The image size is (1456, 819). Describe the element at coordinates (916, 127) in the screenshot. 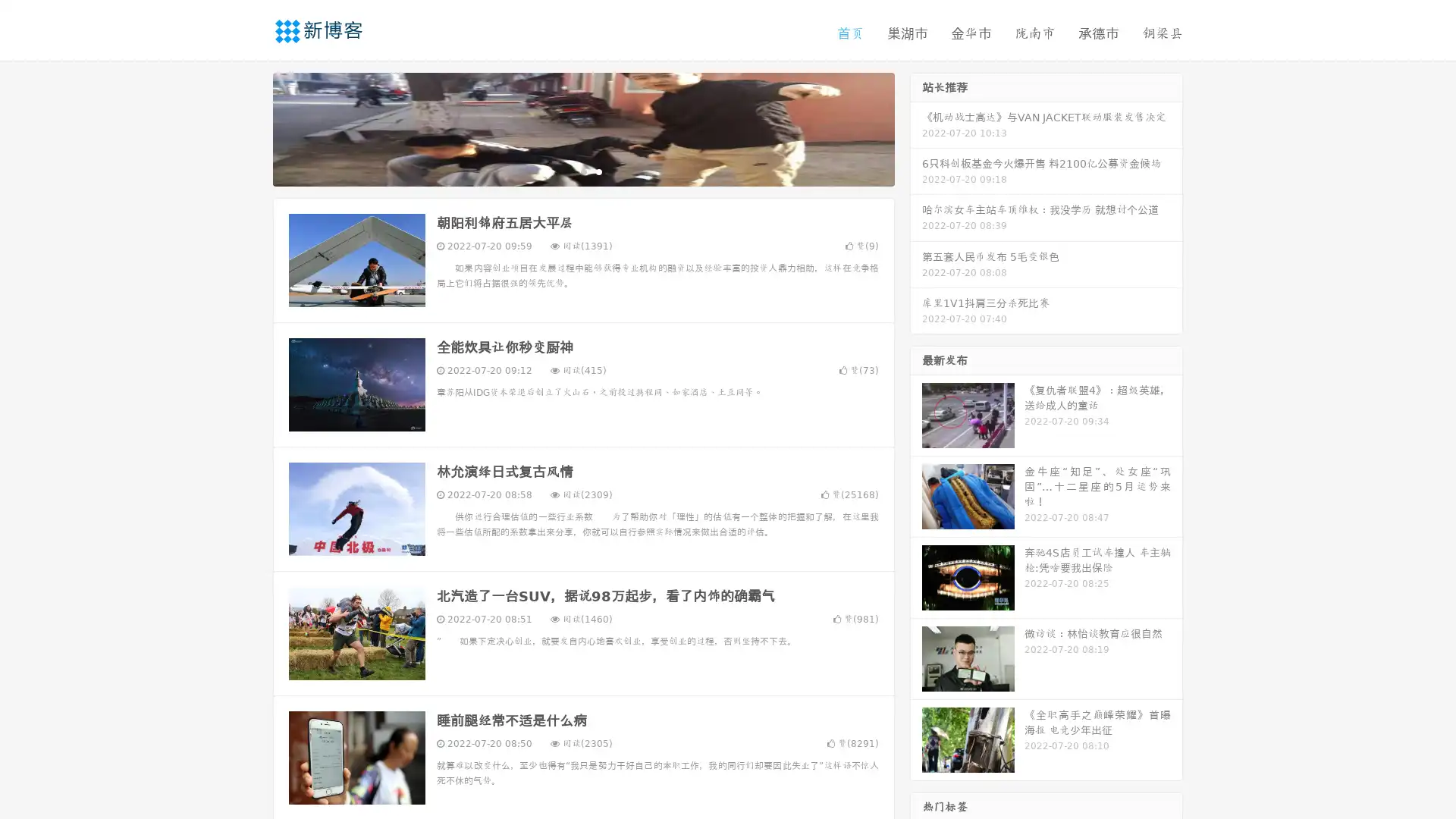

I see `Next slide` at that location.